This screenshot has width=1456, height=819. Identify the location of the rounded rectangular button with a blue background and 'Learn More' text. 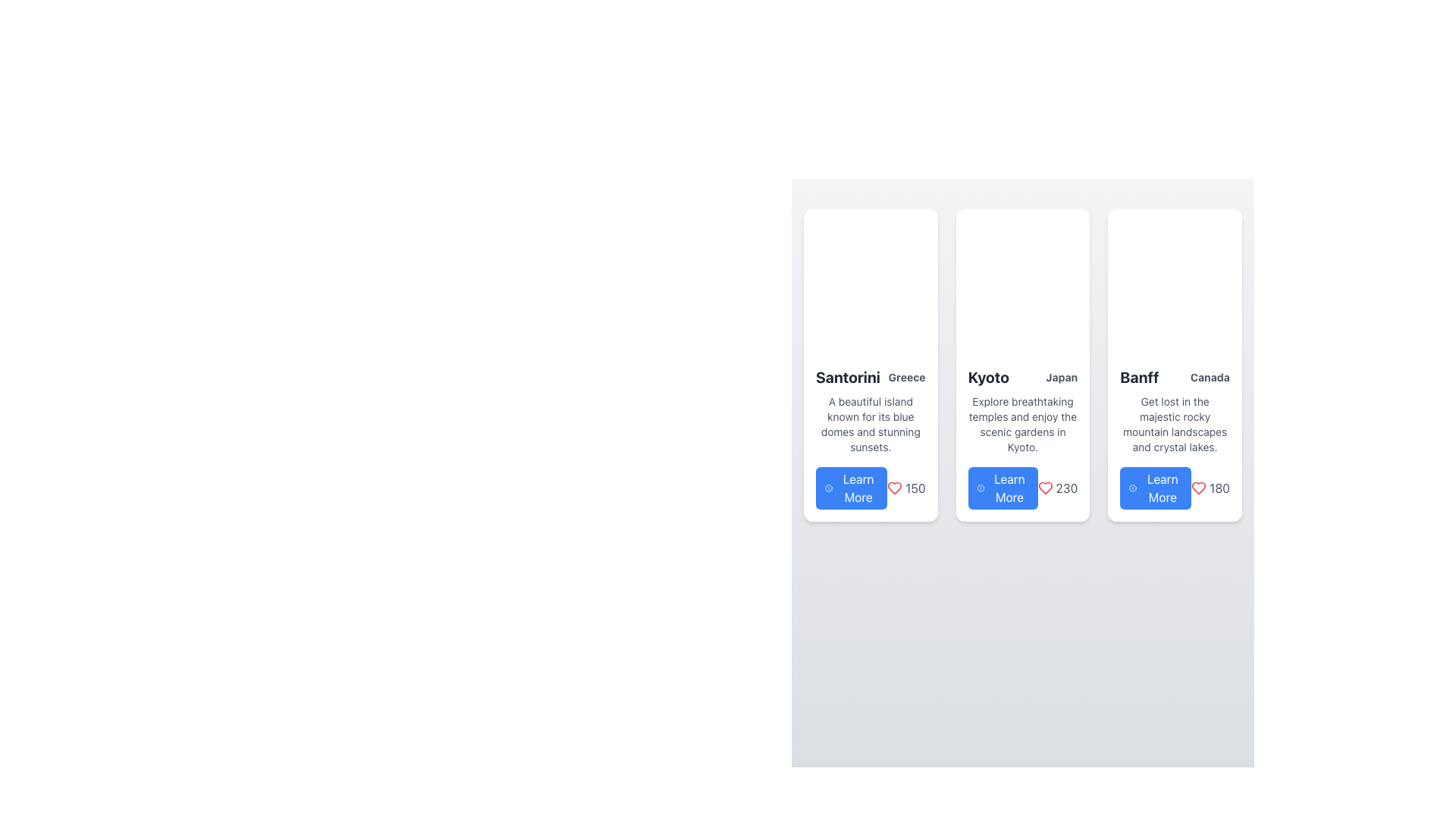
(1003, 488).